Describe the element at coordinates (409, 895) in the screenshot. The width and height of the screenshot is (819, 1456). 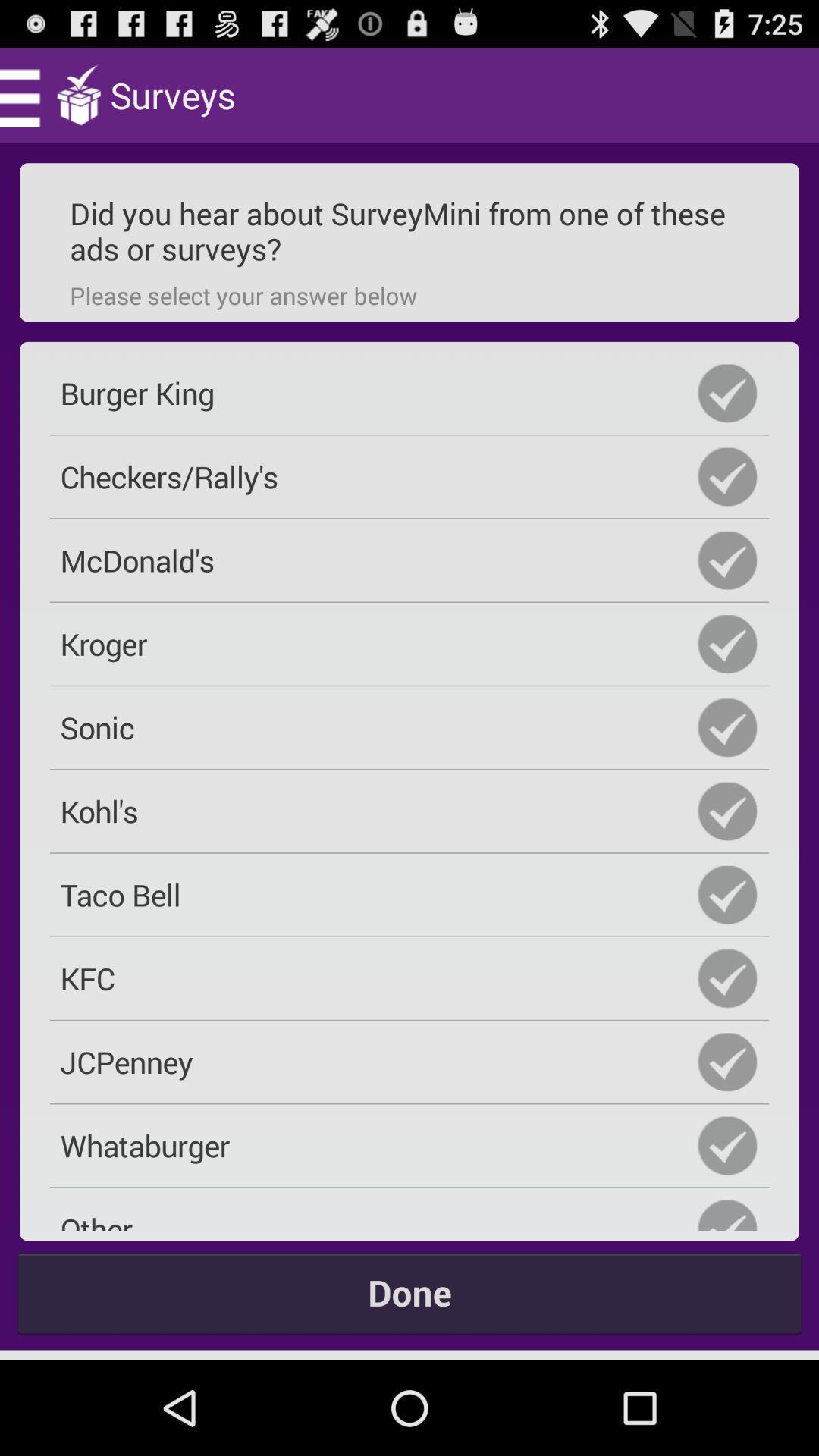
I see `the item above kfc` at that location.